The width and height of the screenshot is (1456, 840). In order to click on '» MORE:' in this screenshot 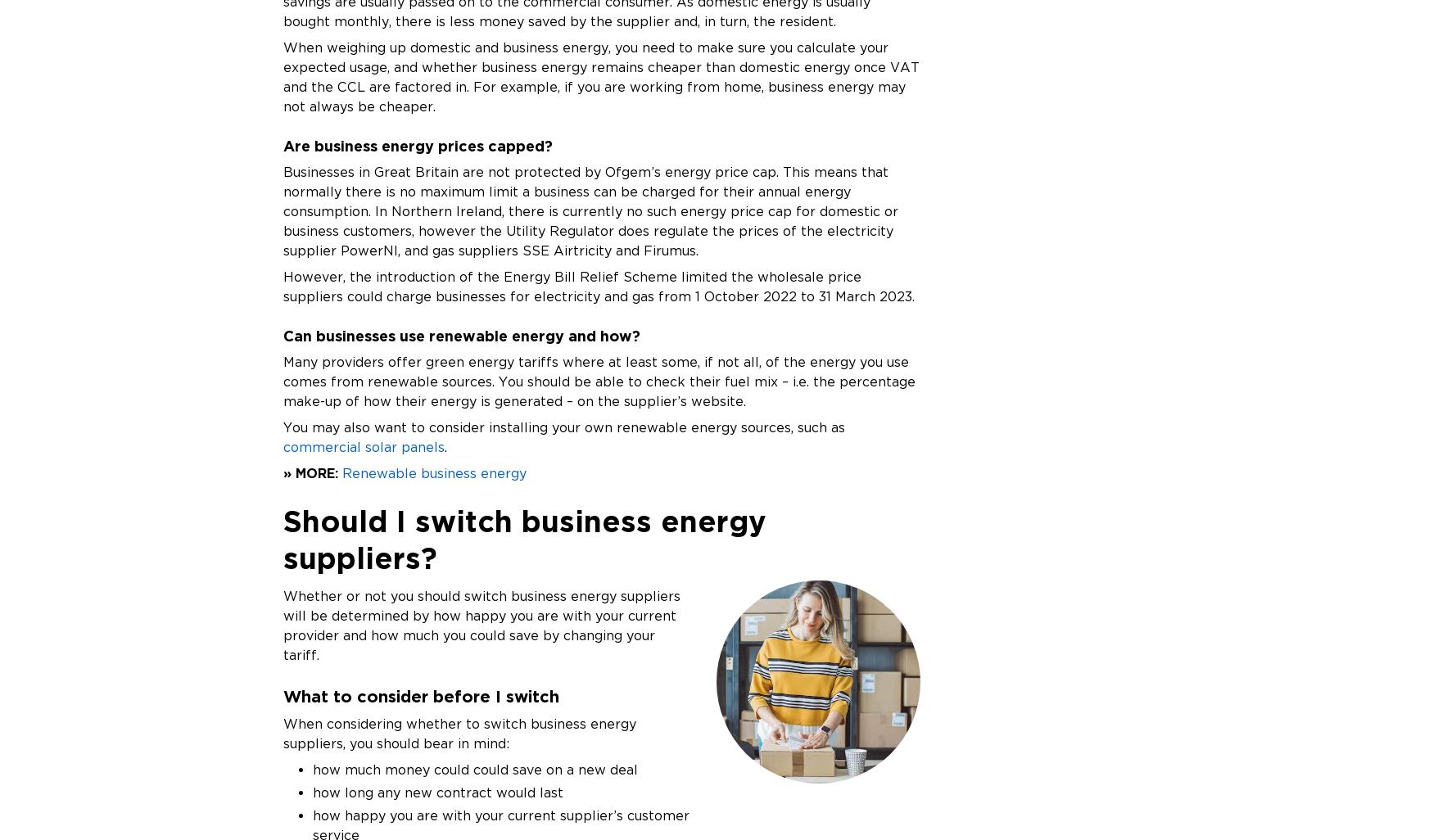, I will do `click(310, 472)`.